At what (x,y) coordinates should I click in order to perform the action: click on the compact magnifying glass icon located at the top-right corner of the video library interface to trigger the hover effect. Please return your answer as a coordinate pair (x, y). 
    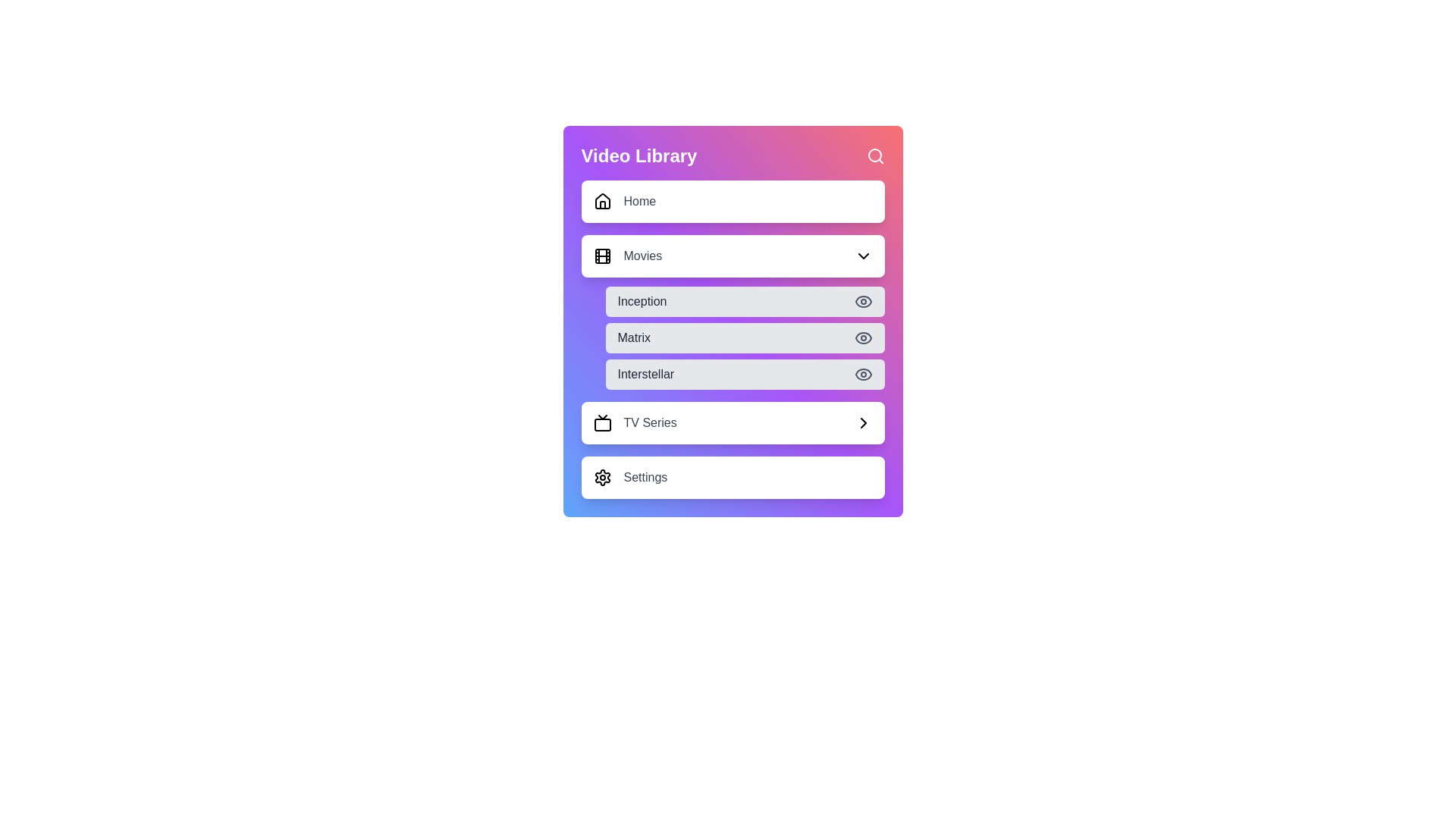
    Looking at the image, I should click on (875, 155).